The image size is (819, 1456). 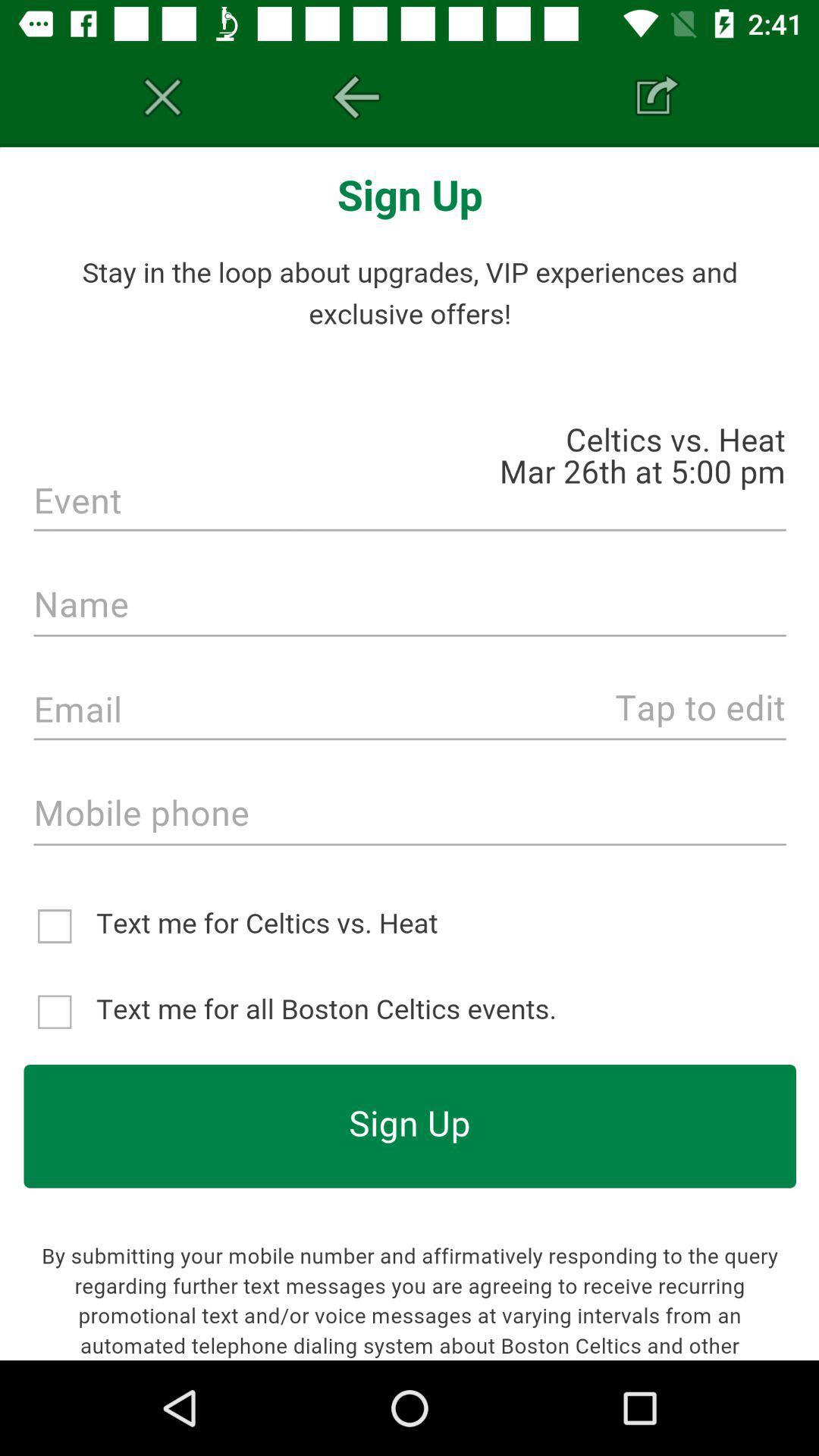 I want to click on cancel sign up, so click(x=162, y=96).